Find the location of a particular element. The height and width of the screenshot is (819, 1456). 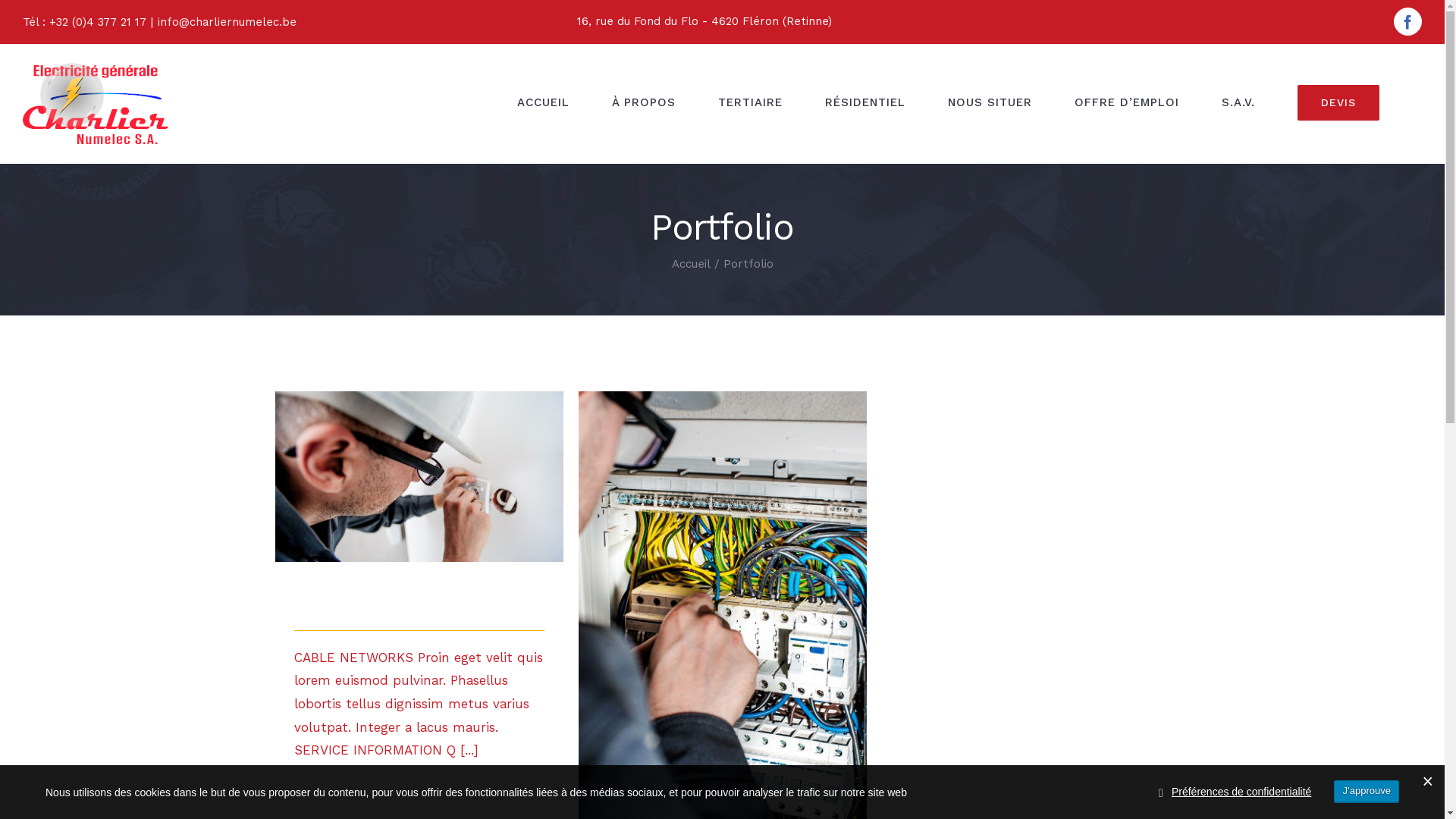

'Facebook' is located at coordinates (1407, 21).